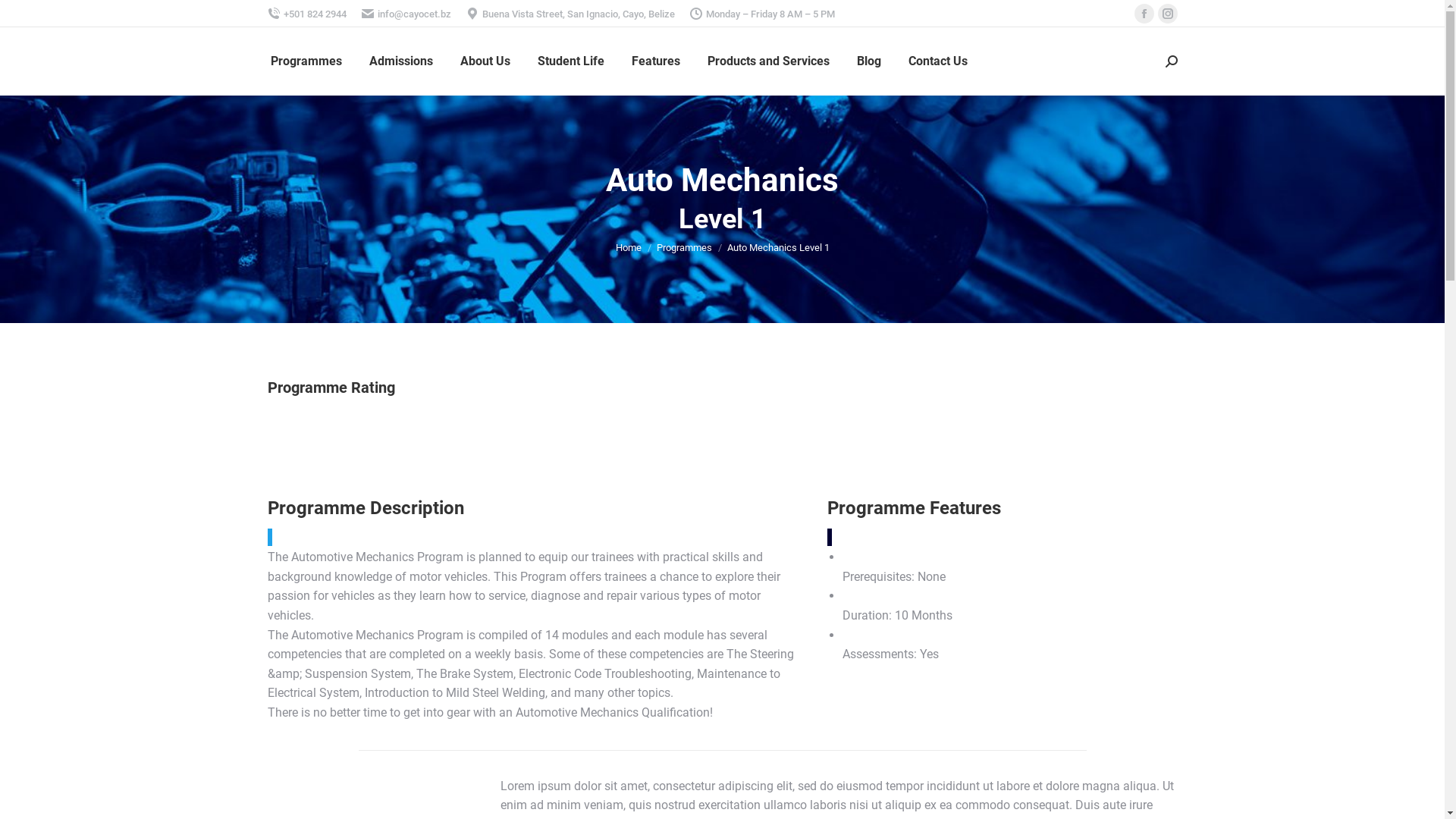 Image resolution: width=1456 pixels, height=819 pixels. I want to click on 'Facebook page opens in new window', so click(1144, 14).